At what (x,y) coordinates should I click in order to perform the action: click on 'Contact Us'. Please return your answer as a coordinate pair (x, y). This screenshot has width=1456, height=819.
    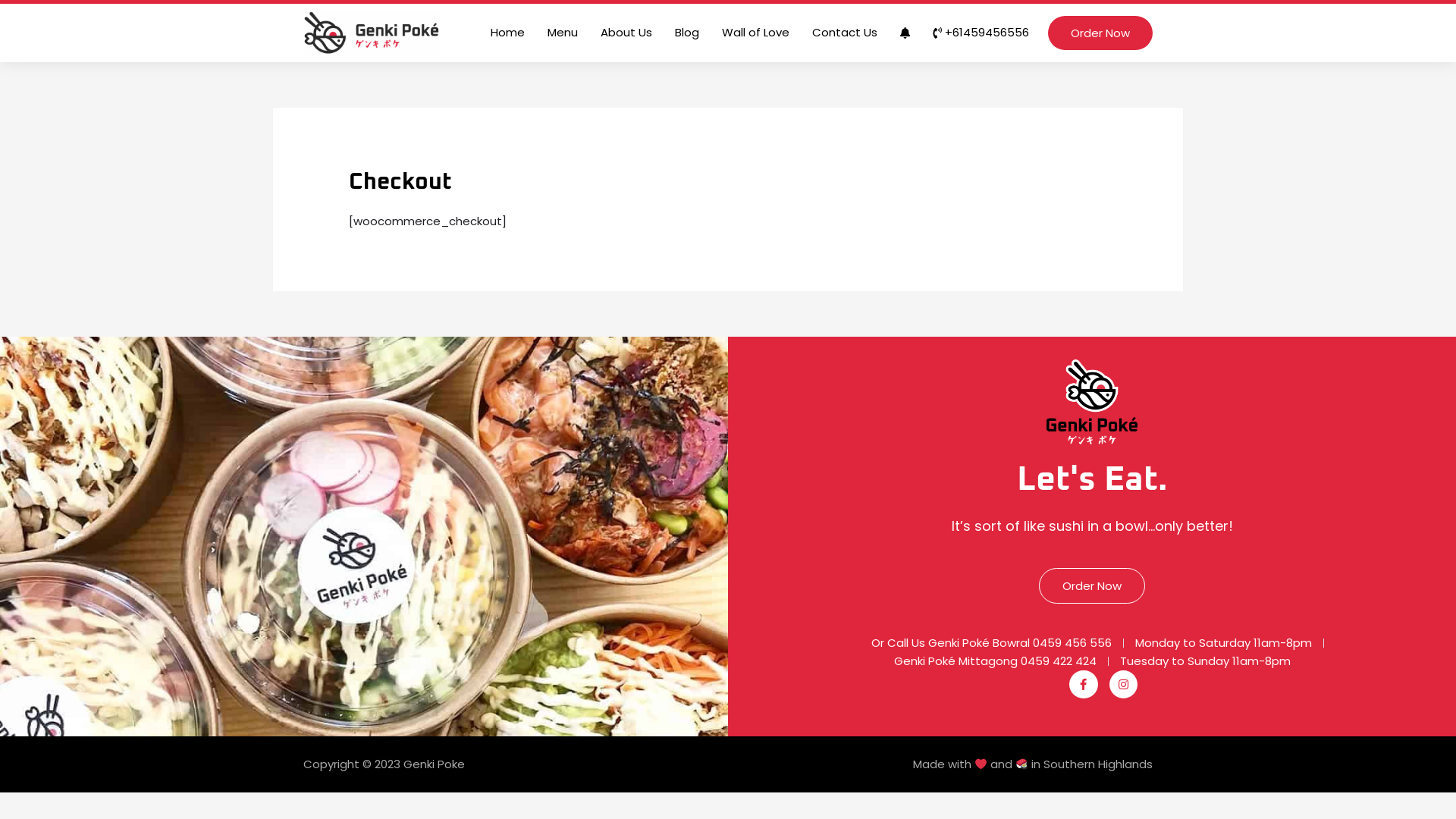
    Looking at the image, I should click on (843, 32).